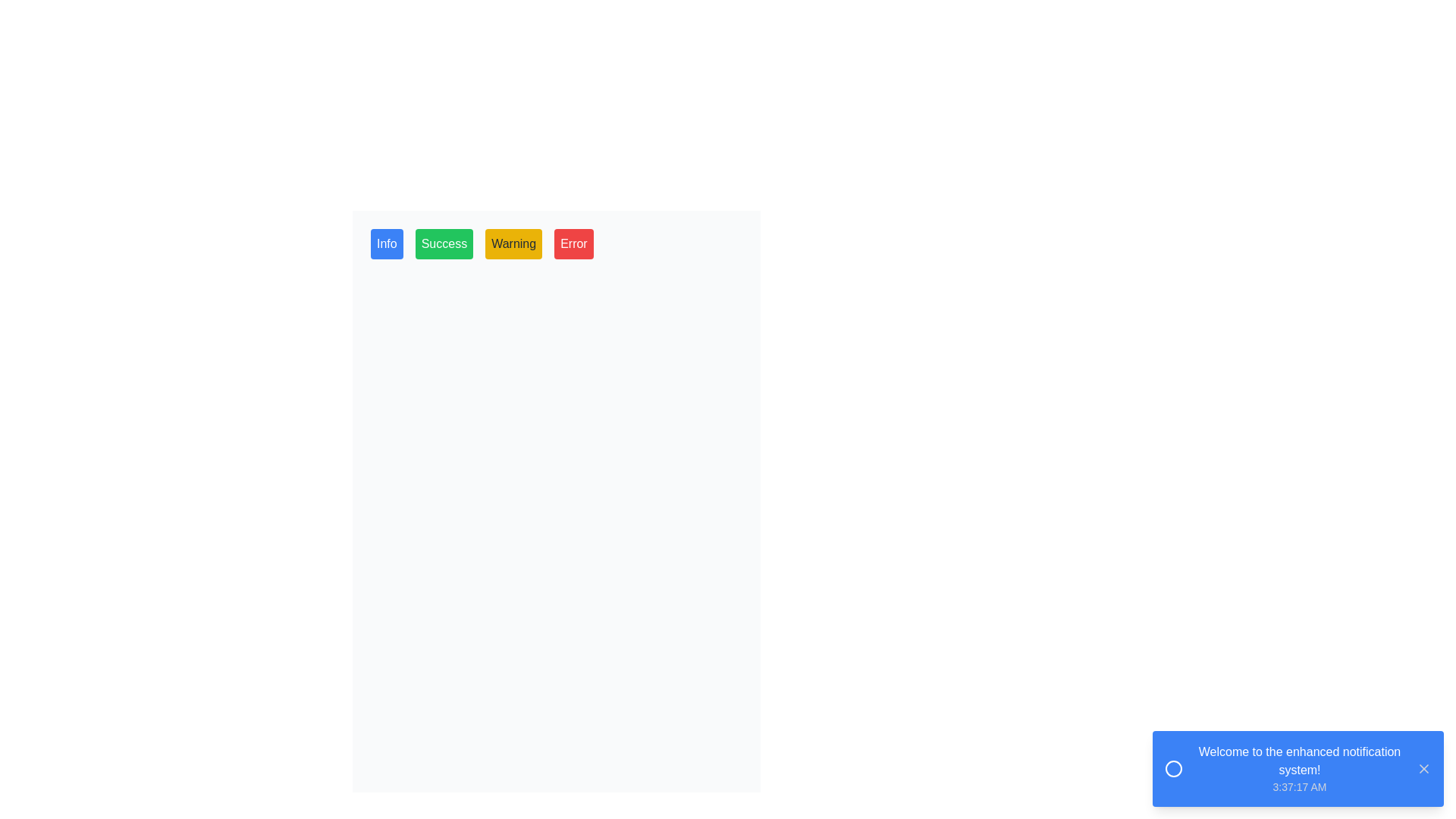 This screenshot has width=1456, height=819. I want to click on the 'Error' button, which is the fourth button in a horizontal button group, so click(573, 243).